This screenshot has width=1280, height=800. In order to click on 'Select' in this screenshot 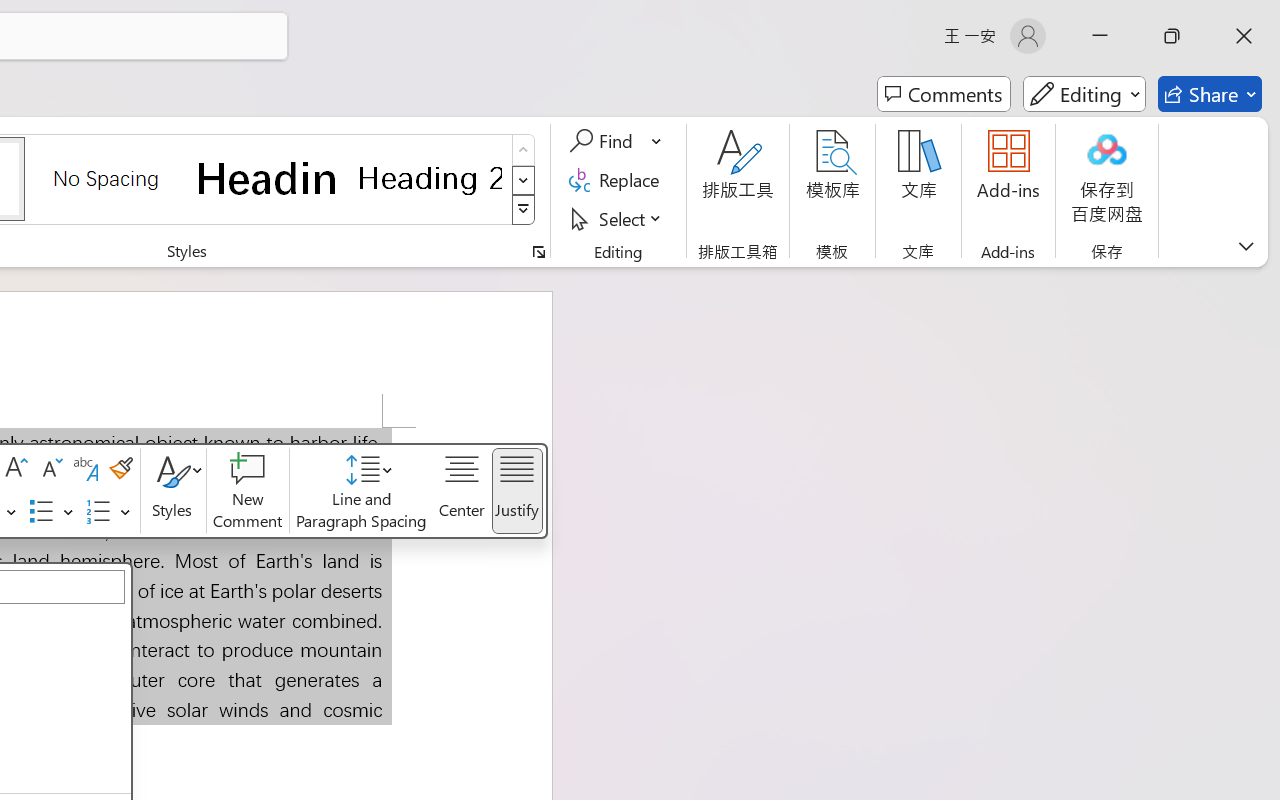, I will do `click(617, 218)`.